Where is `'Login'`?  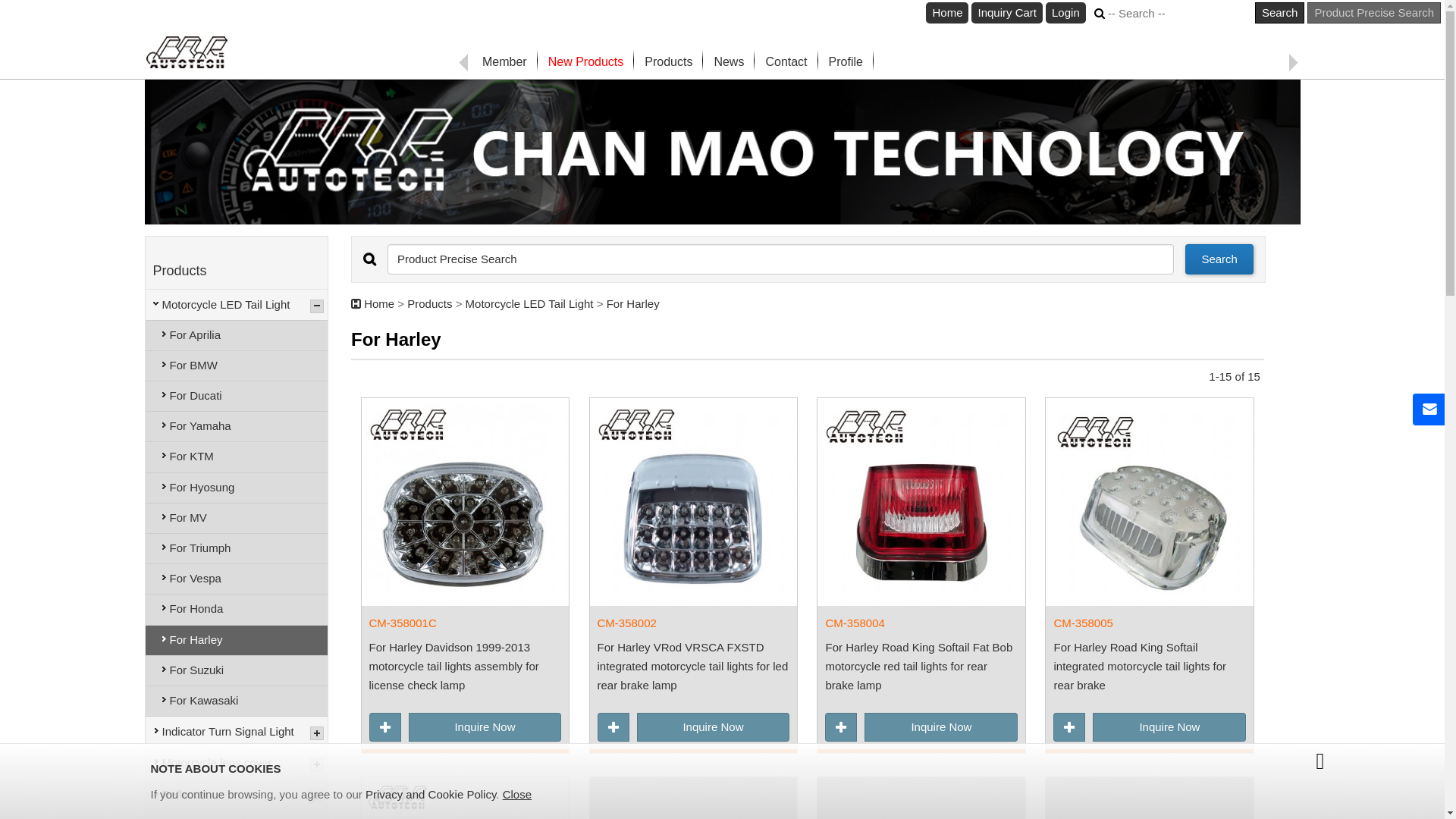
'Login' is located at coordinates (1065, 12).